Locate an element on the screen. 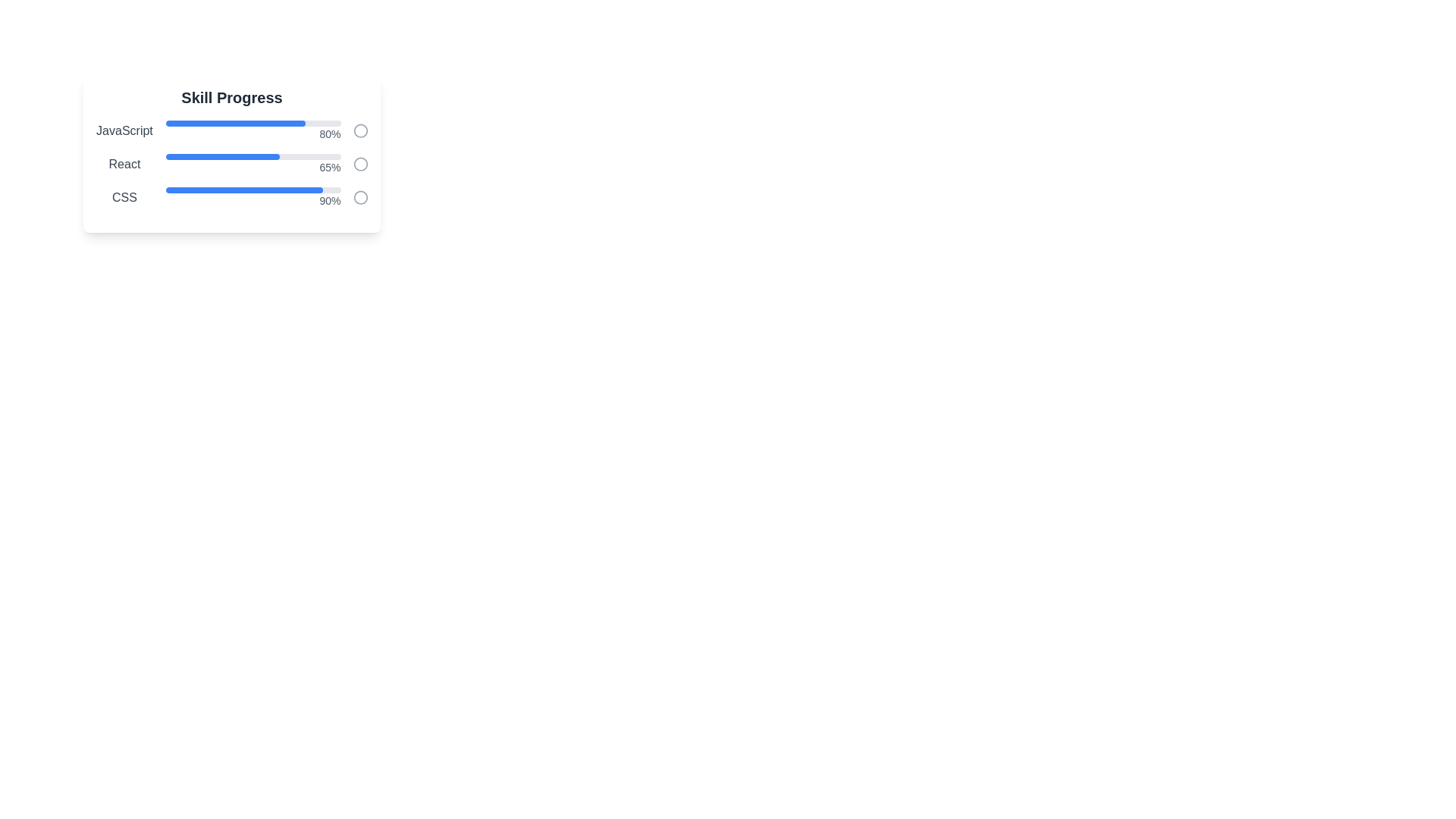  the blue progress bar representing 90% proficiency in 'CSS' located in the 'Skill Progress' section is located at coordinates (244, 189).